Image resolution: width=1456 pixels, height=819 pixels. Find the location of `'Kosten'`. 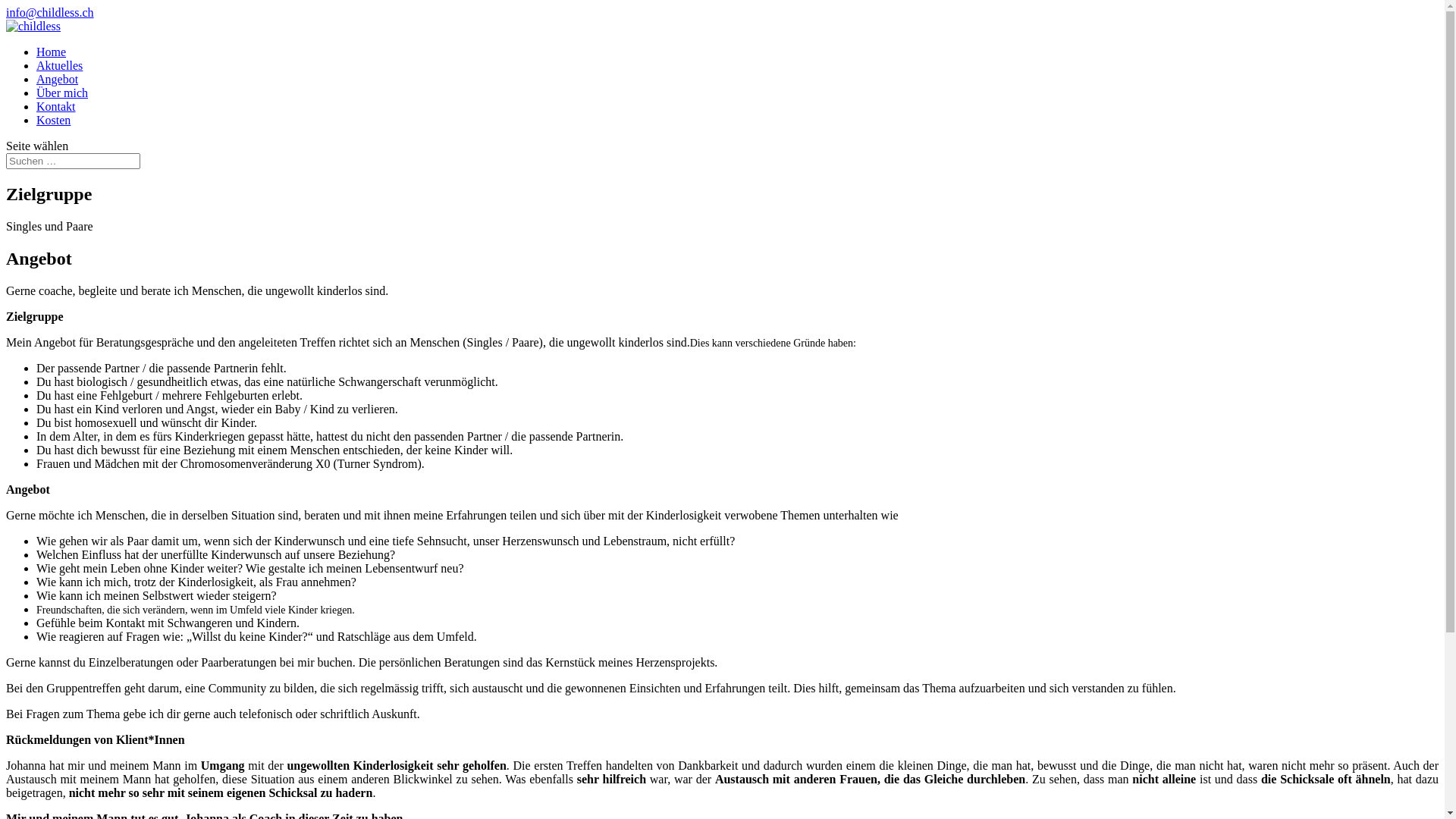

'Kosten' is located at coordinates (53, 119).